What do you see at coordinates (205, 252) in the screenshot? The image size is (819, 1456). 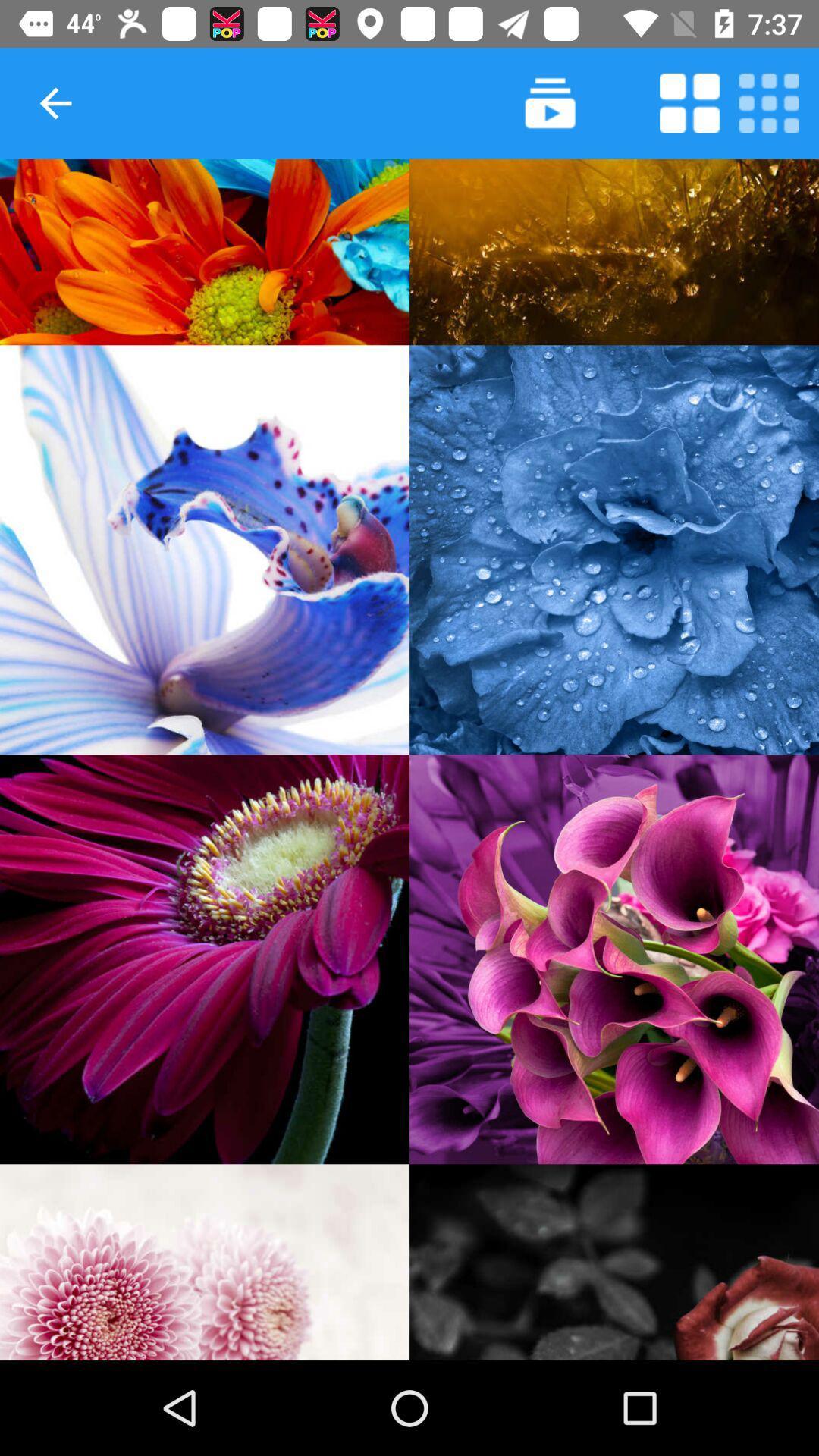 I see `open image` at bounding box center [205, 252].